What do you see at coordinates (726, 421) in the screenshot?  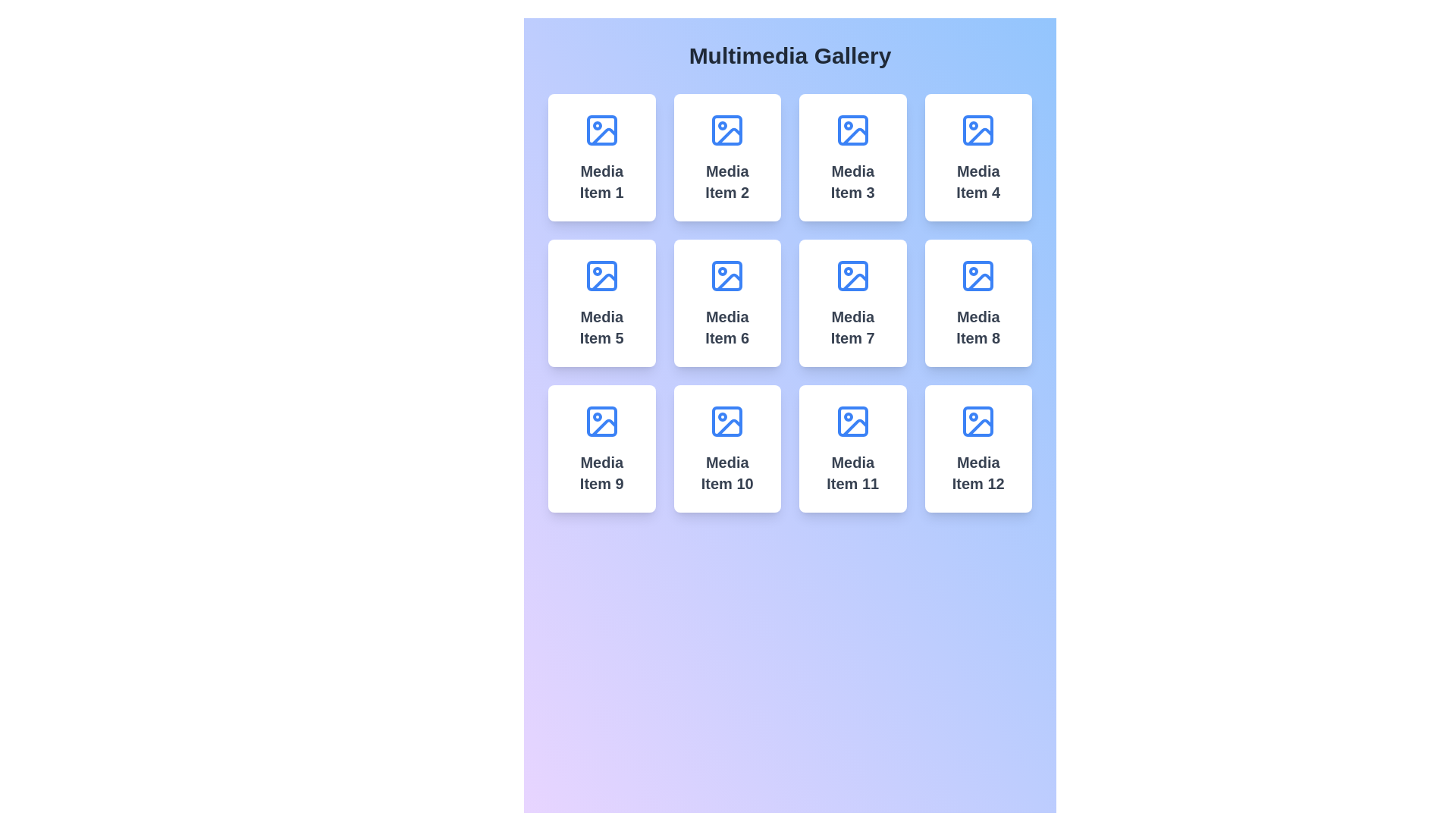 I see `the main rectangular shape within the image icon of 'Media Item 10' to focus on the media item` at bounding box center [726, 421].